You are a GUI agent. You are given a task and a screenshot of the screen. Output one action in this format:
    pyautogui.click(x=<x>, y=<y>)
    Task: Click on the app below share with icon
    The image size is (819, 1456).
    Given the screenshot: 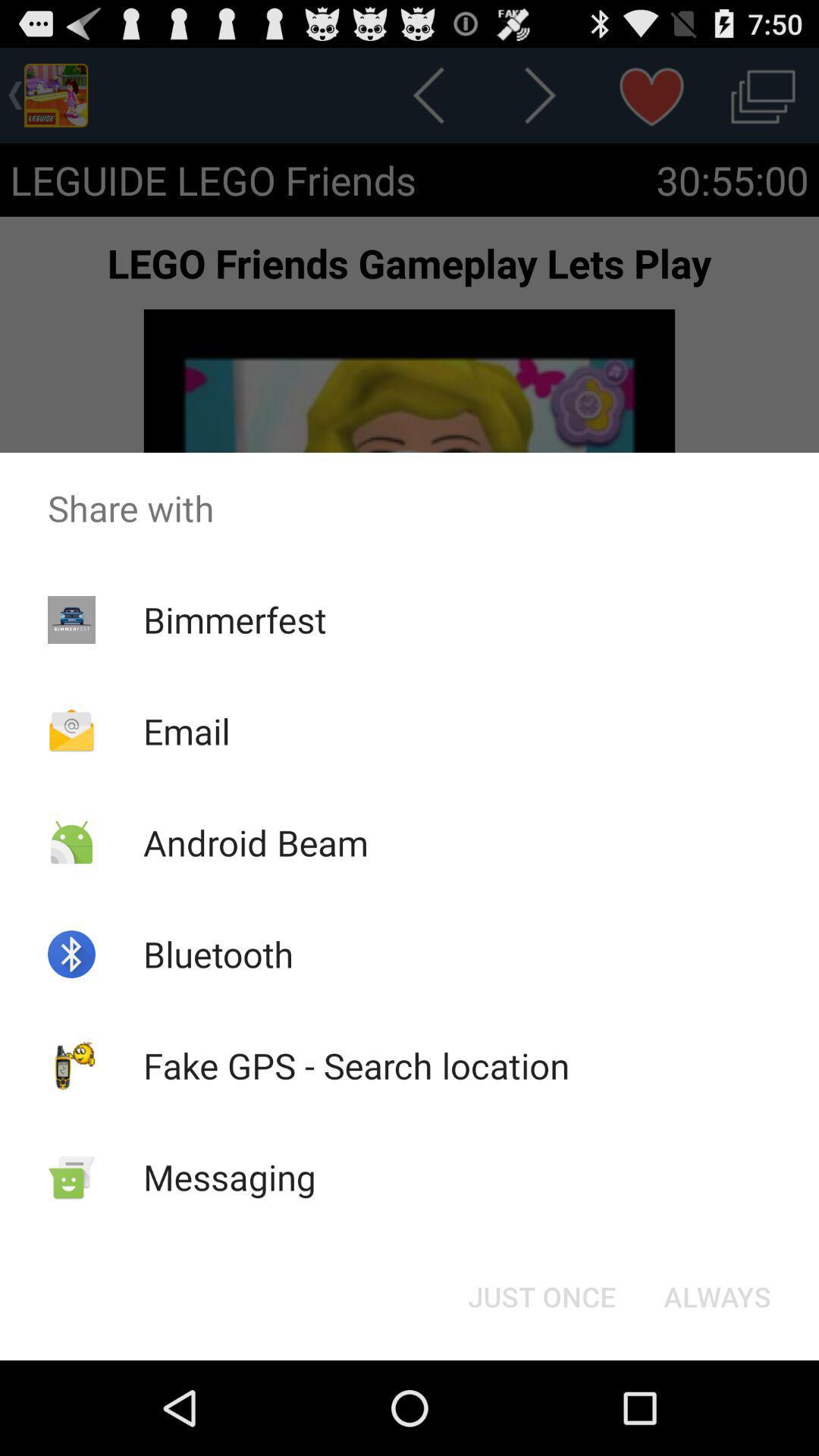 What is the action you would take?
    pyautogui.click(x=717, y=1295)
    